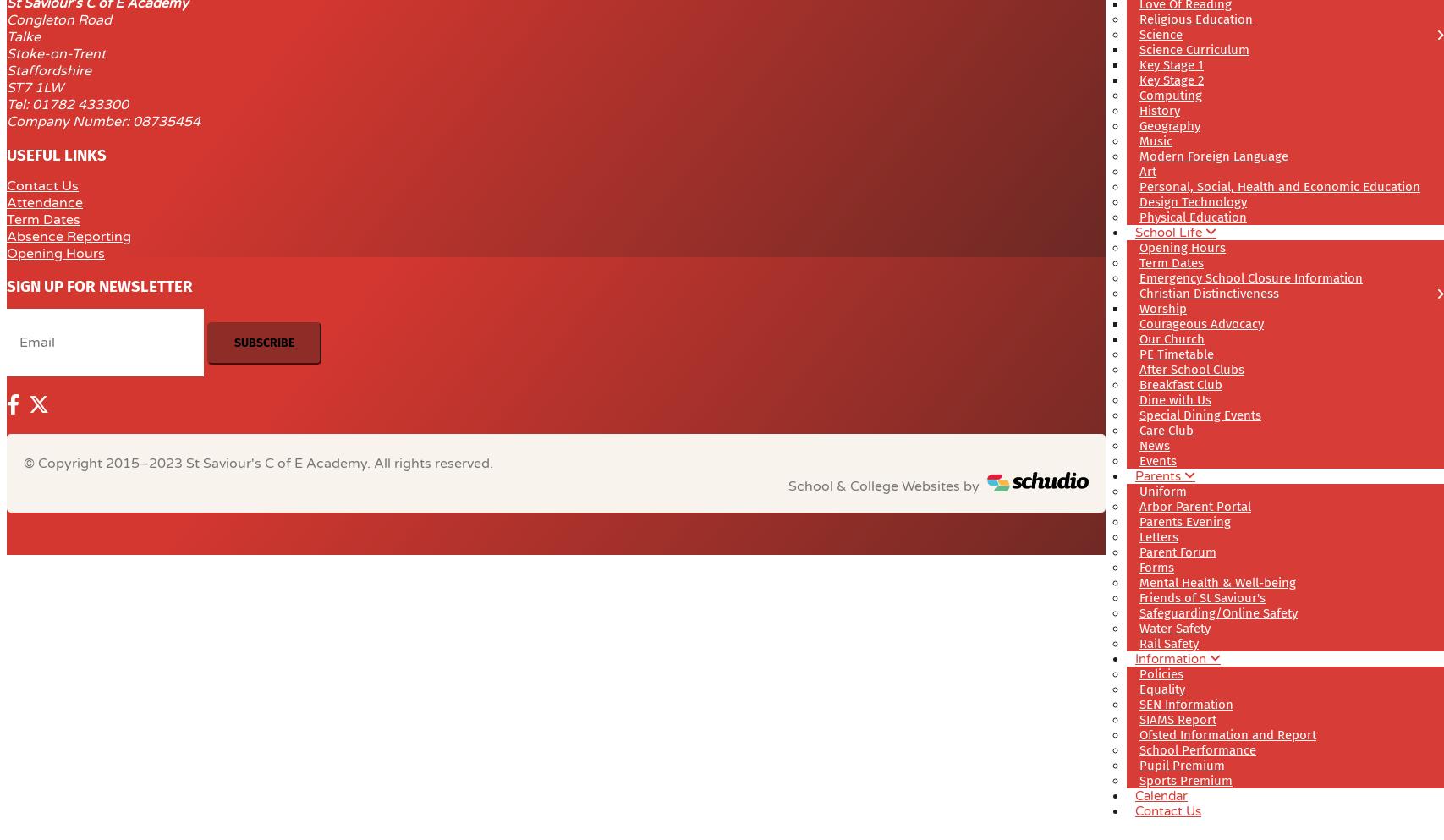 This screenshot has height=840, width=1444. Describe the element at coordinates (43, 217) in the screenshot. I see `'Term Dates'` at that location.